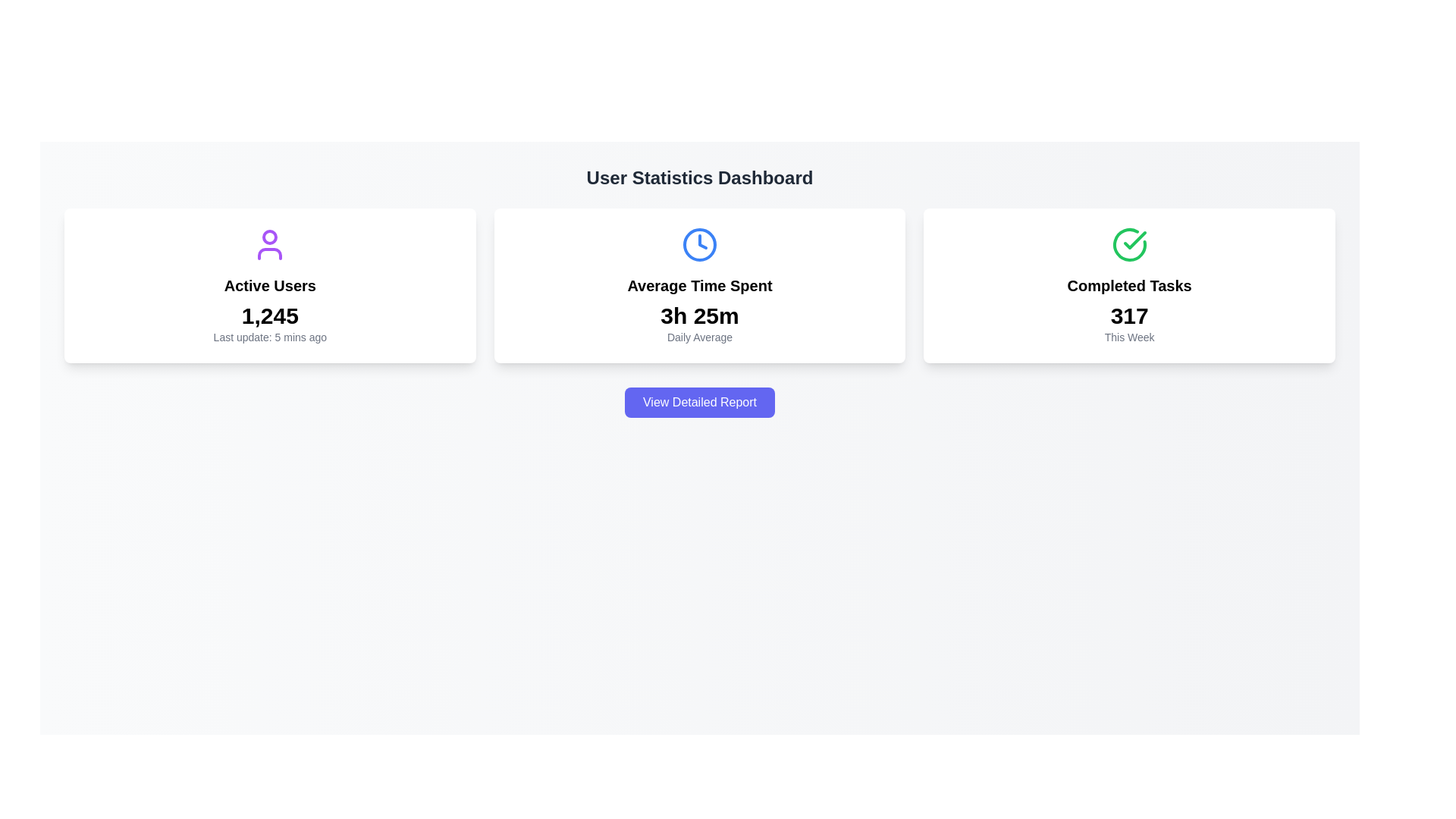 This screenshot has width=1456, height=819. Describe the element at coordinates (698, 244) in the screenshot. I see `the clock icon in the middle card of the User Statistics Dashboard, which has a blue circular outline and a traditional analog clock face with hour and minute hands` at that location.